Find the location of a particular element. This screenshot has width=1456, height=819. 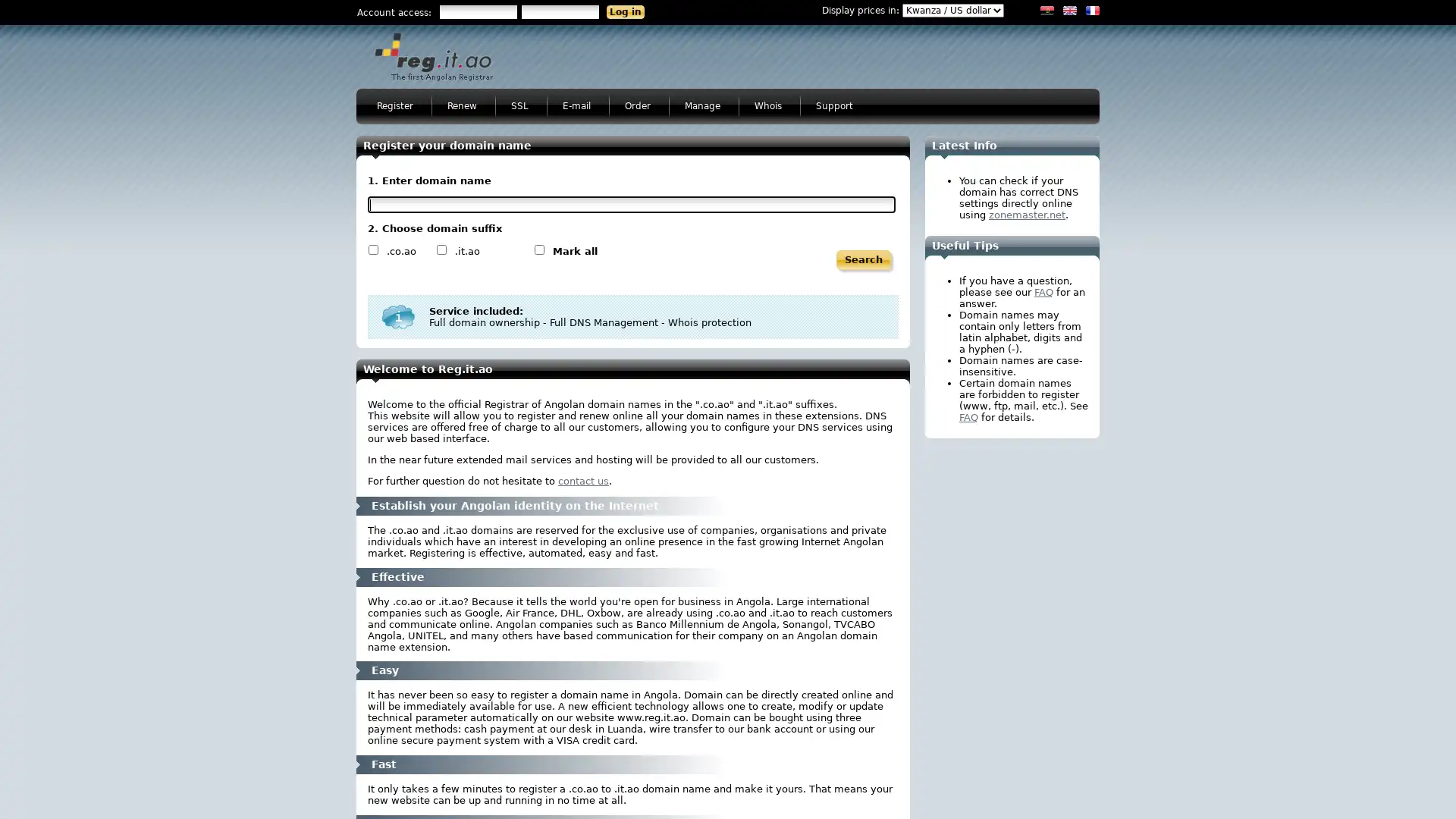

Log in is located at coordinates (626, 11).